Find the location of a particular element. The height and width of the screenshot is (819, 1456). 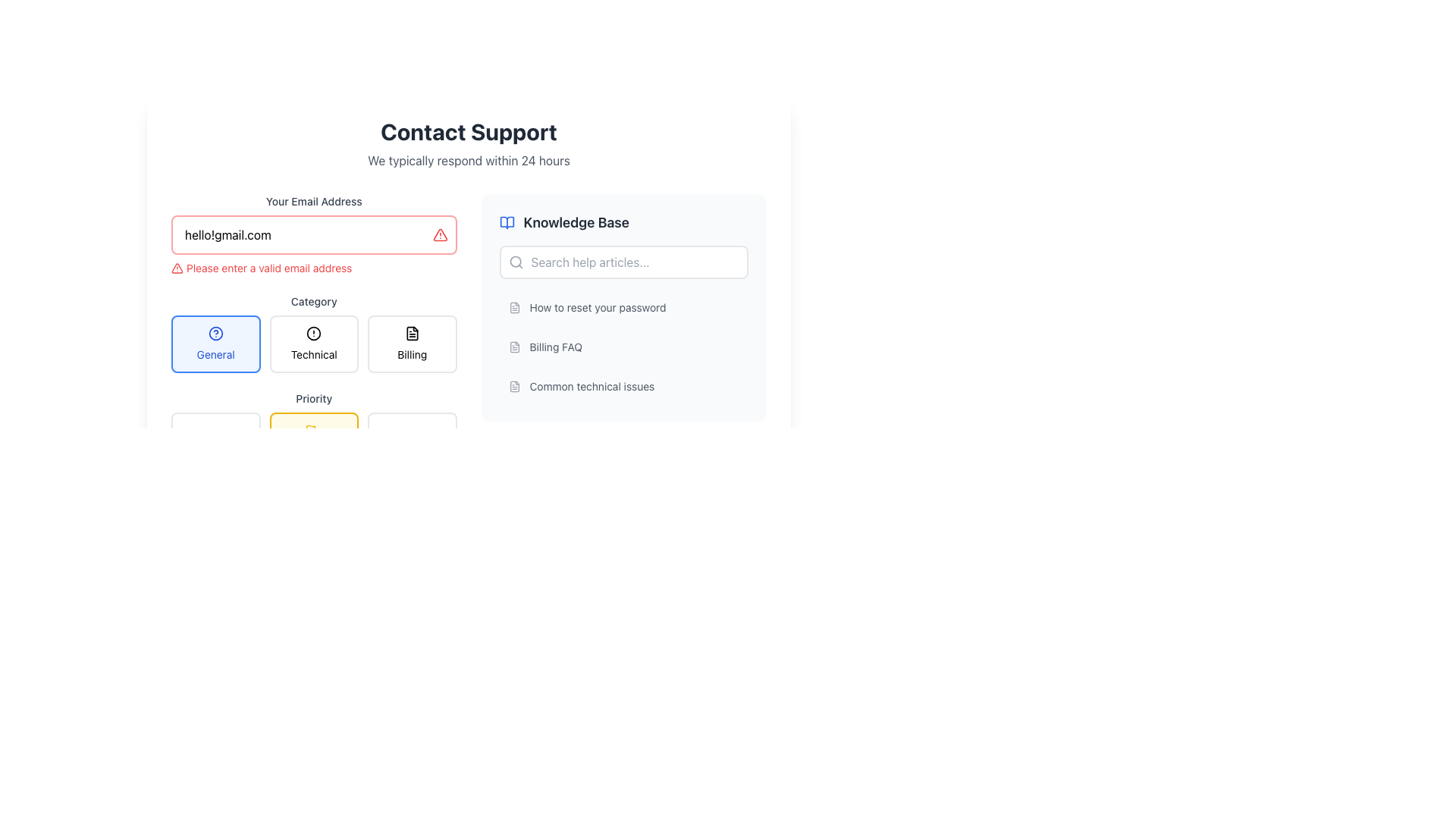

the inner circle of the magnifying glass icon located to the left of the search input field in the 'Knowledge Base' section is located at coordinates (515, 261).